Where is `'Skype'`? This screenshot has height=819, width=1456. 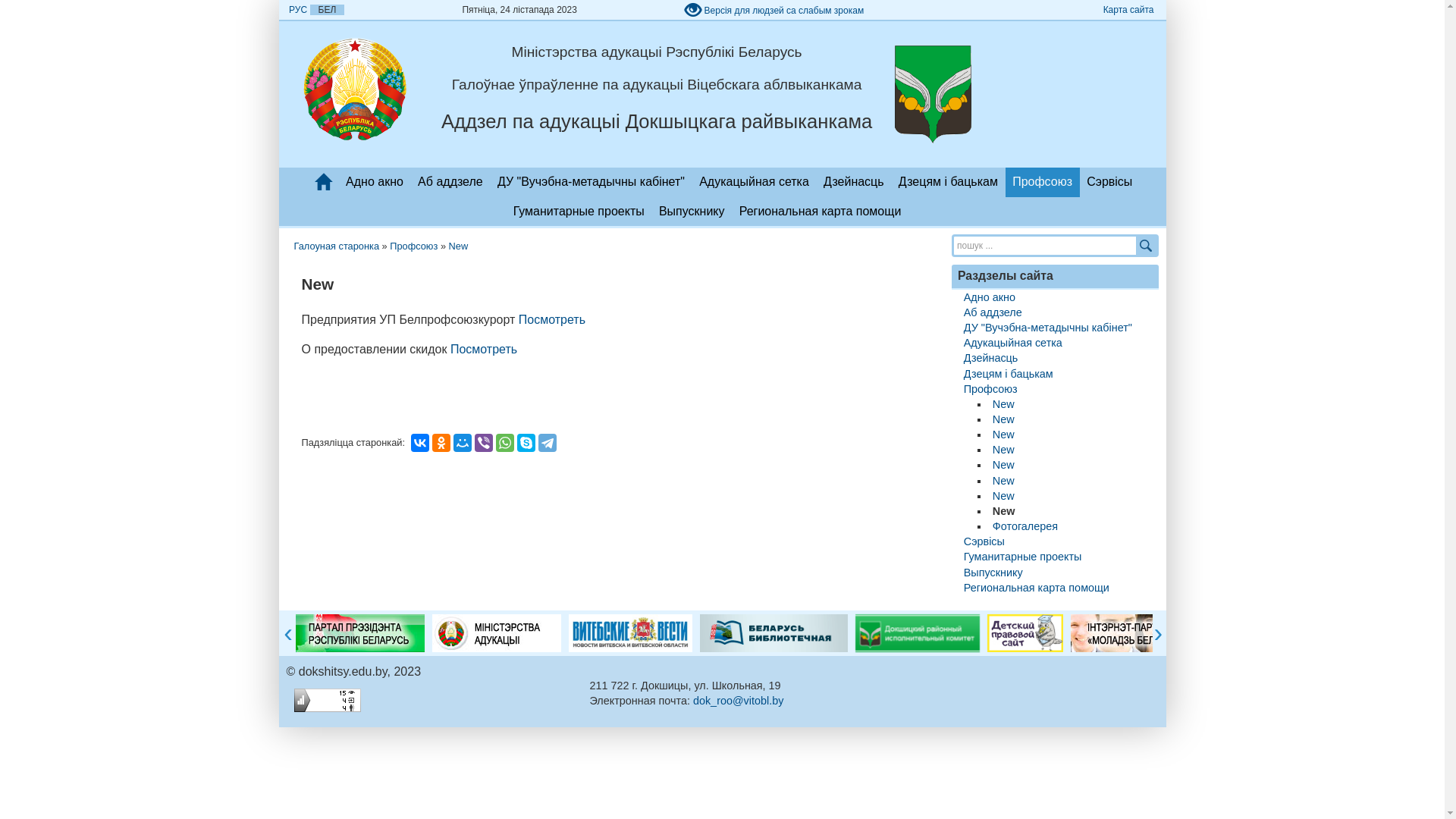
'Skype' is located at coordinates (526, 442).